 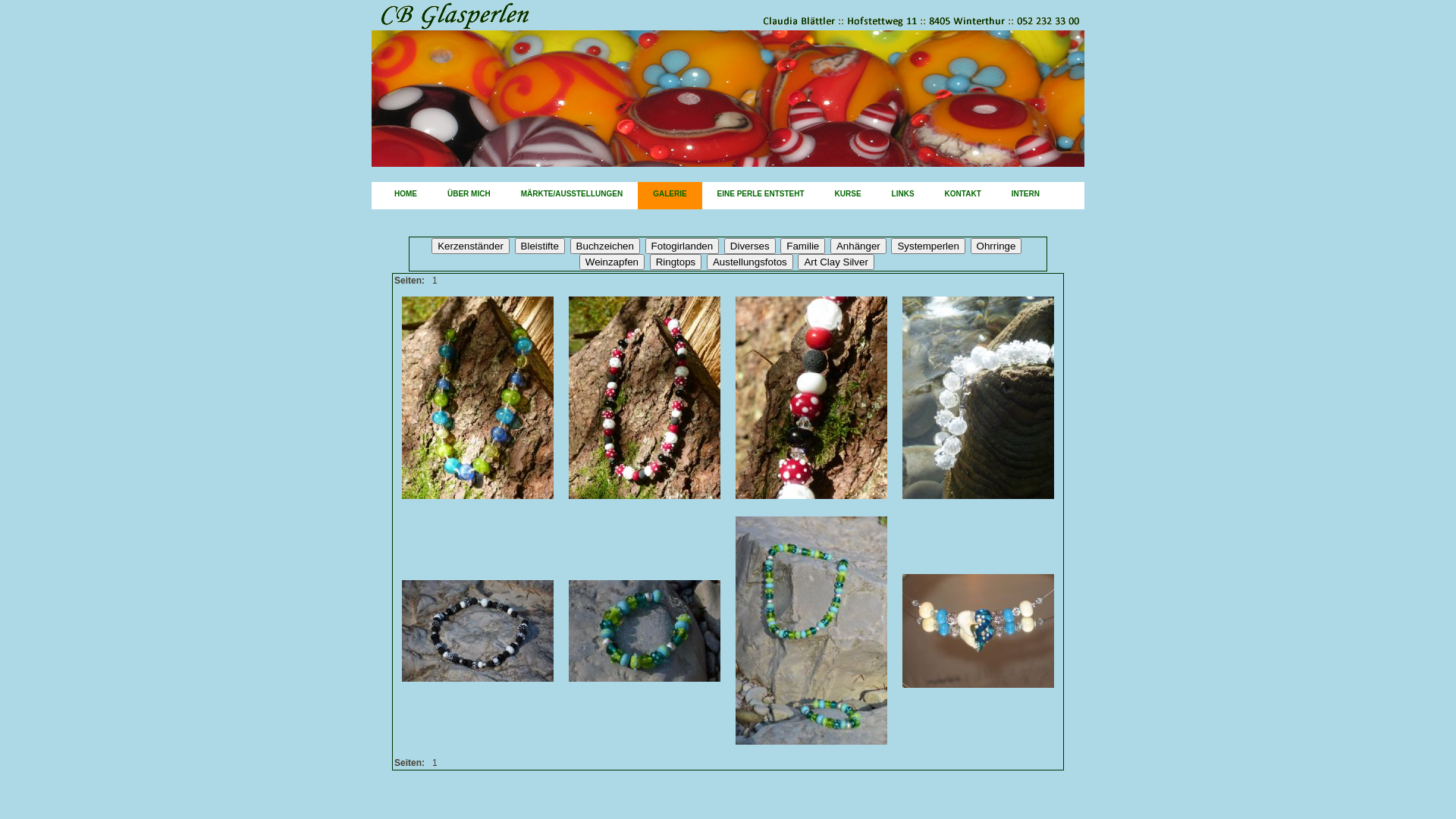 What do you see at coordinates (749, 261) in the screenshot?
I see `'Austellungsfotos'` at bounding box center [749, 261].